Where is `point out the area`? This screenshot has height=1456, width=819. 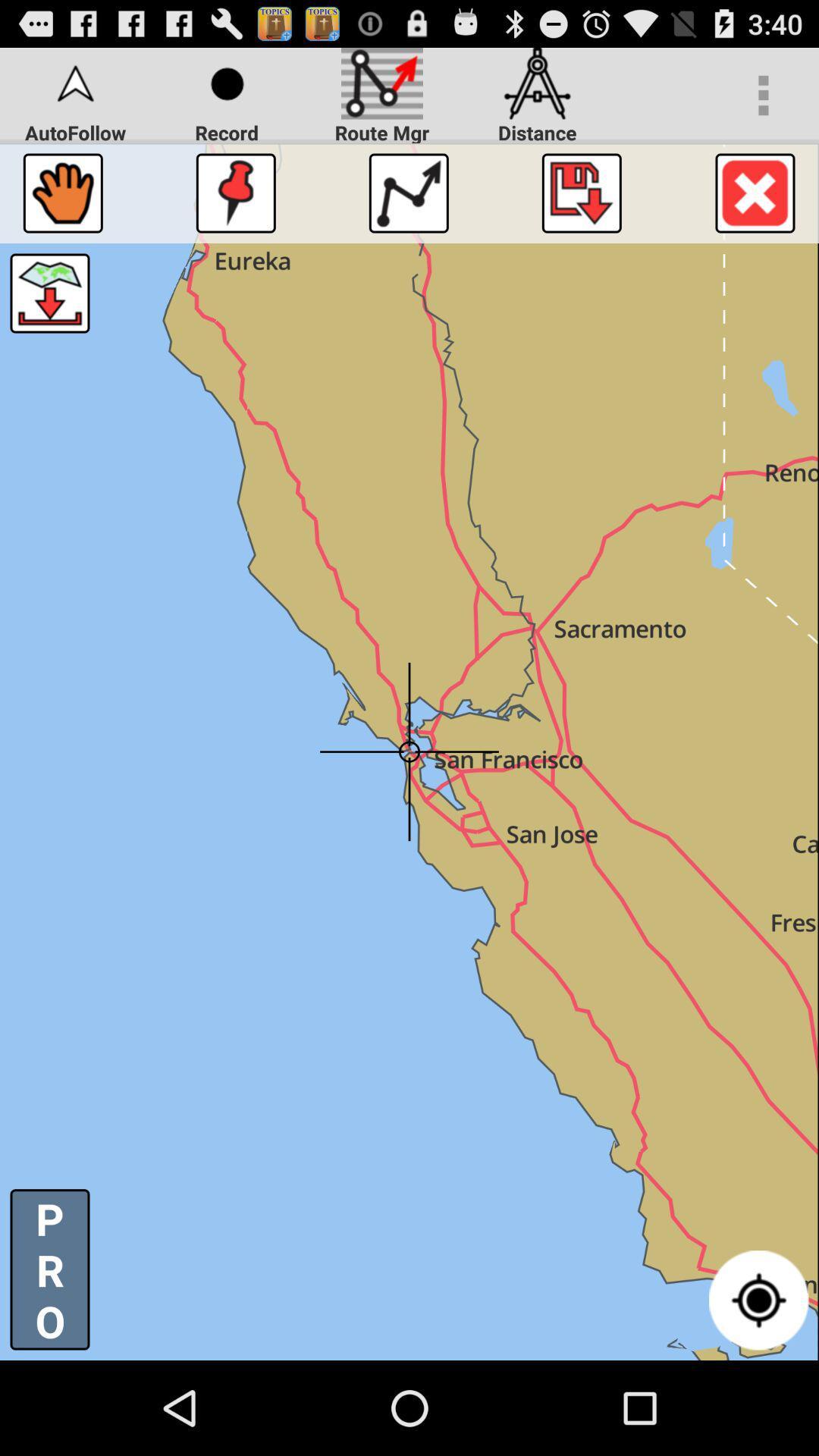
point out the area is located at coordinates (236, 192).